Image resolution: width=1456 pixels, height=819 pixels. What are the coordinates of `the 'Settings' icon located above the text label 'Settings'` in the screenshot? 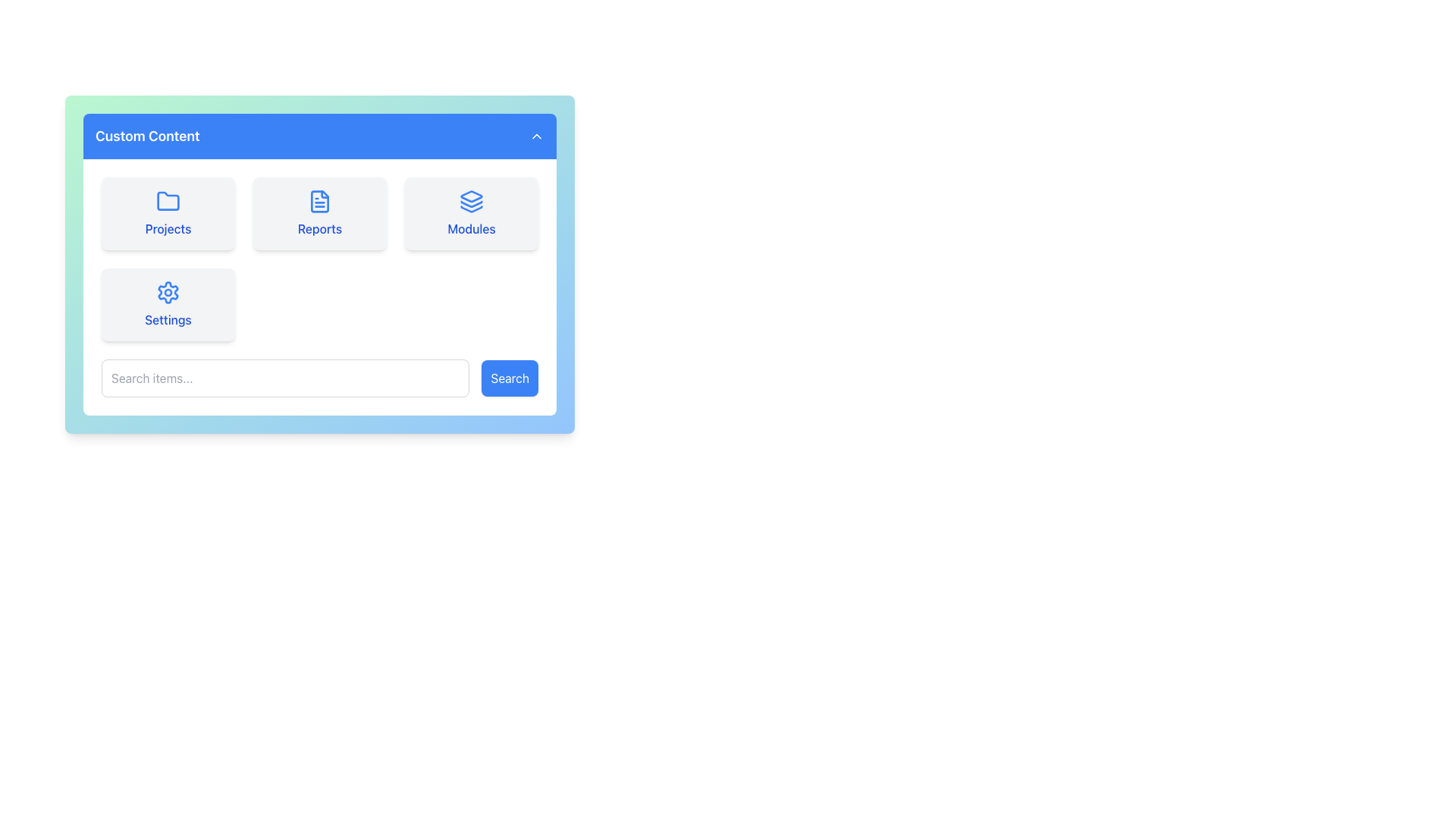 It's located at (168, 292).